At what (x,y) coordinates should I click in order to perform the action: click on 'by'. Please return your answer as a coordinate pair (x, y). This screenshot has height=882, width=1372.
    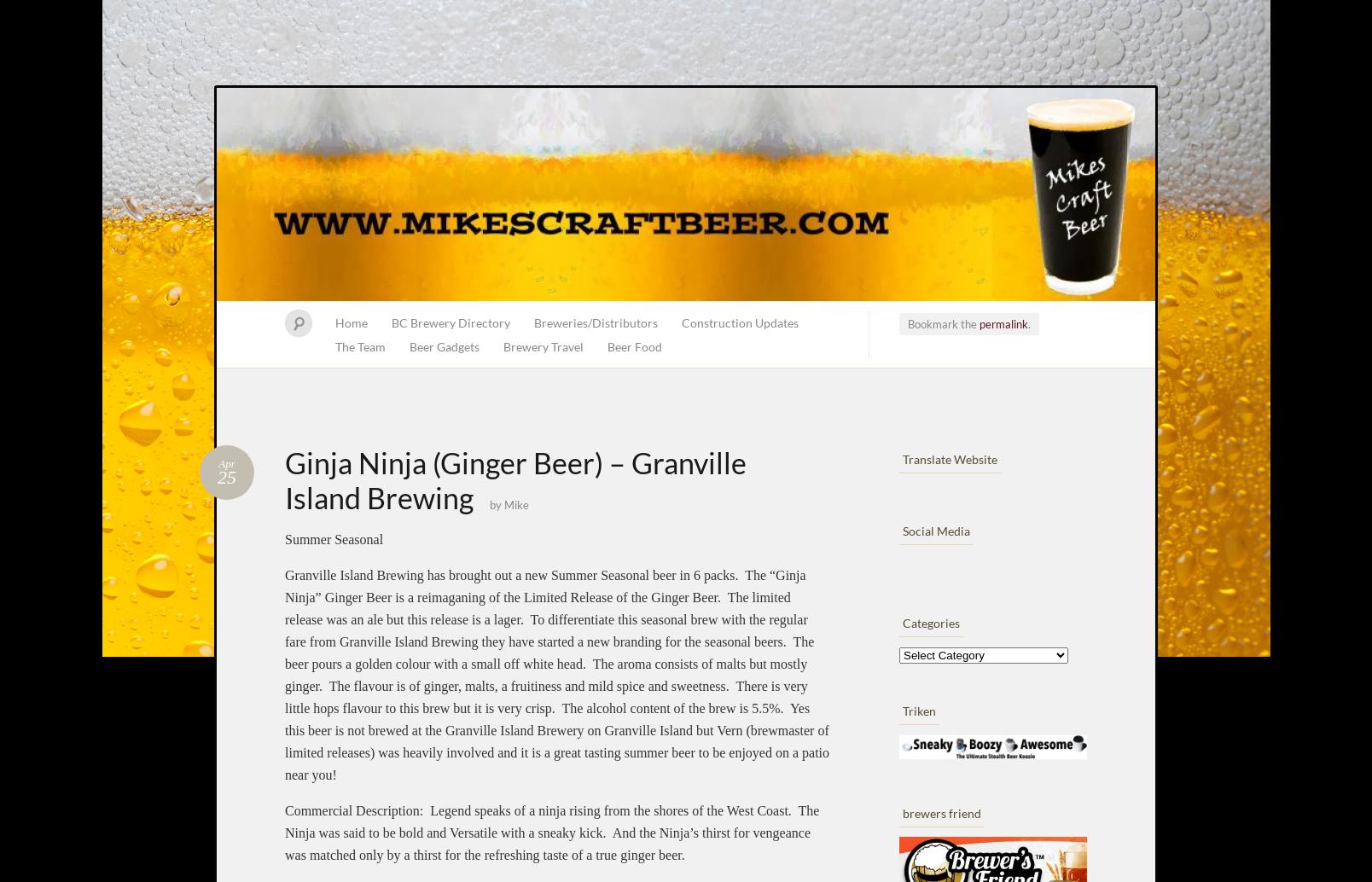
    Looking at the image, I should click on (489, 504).